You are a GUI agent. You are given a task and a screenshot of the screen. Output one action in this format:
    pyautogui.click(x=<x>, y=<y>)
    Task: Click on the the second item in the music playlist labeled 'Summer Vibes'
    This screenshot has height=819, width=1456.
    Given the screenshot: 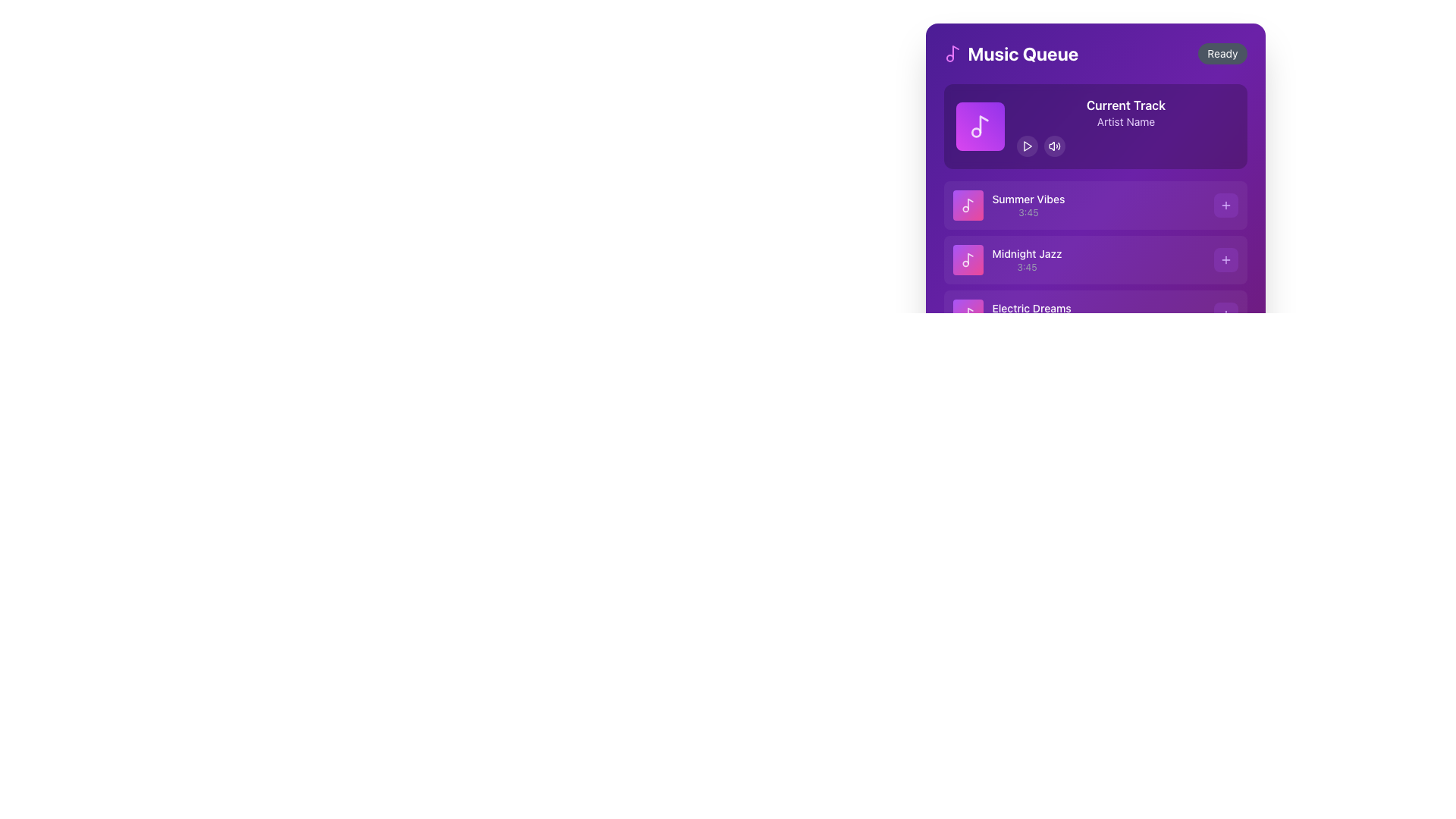 What is the action you would take?
    pyautogui.click(x=1009, y=205)
    